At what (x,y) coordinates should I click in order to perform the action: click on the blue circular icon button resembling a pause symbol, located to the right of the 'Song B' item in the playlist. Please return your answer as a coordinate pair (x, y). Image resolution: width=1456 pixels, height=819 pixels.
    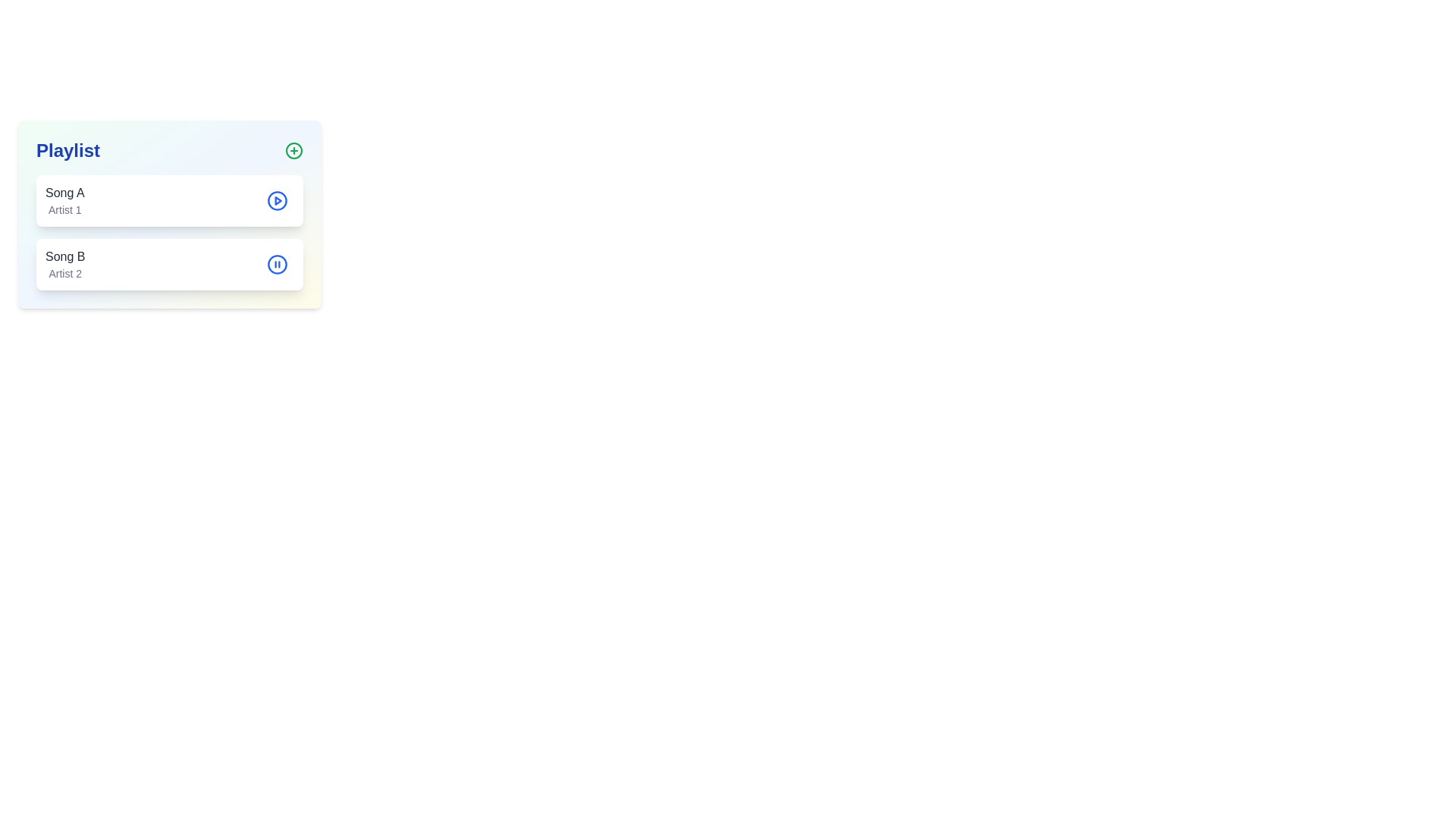
    Looking at the image, I should click on (277, 263).